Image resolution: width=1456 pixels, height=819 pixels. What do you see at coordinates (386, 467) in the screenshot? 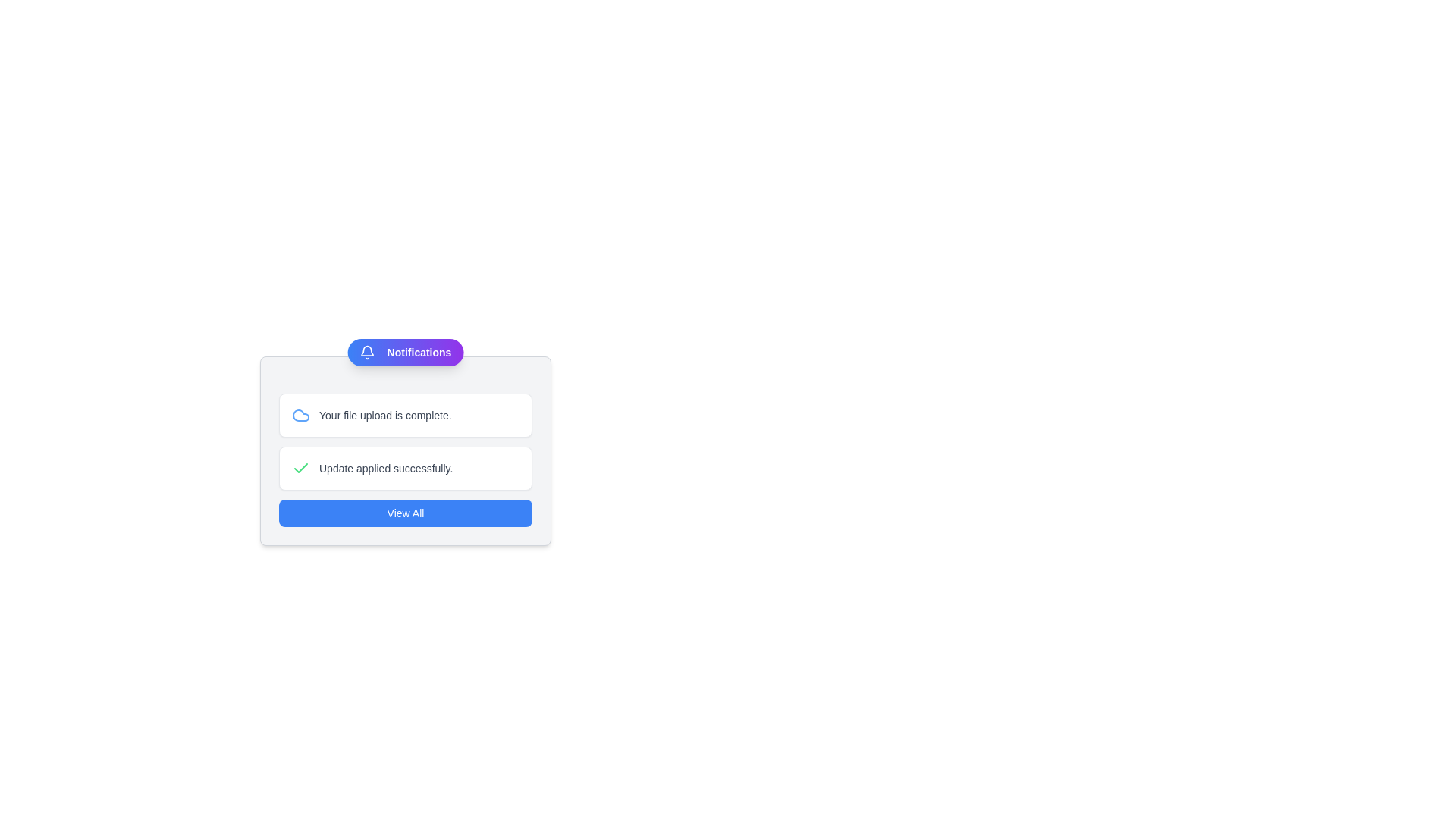
I see `notification text label that confirms an update has been successfully applied, located in the notification area below the 'Your file upload is complete.' message` at bounding box center [386, 467].